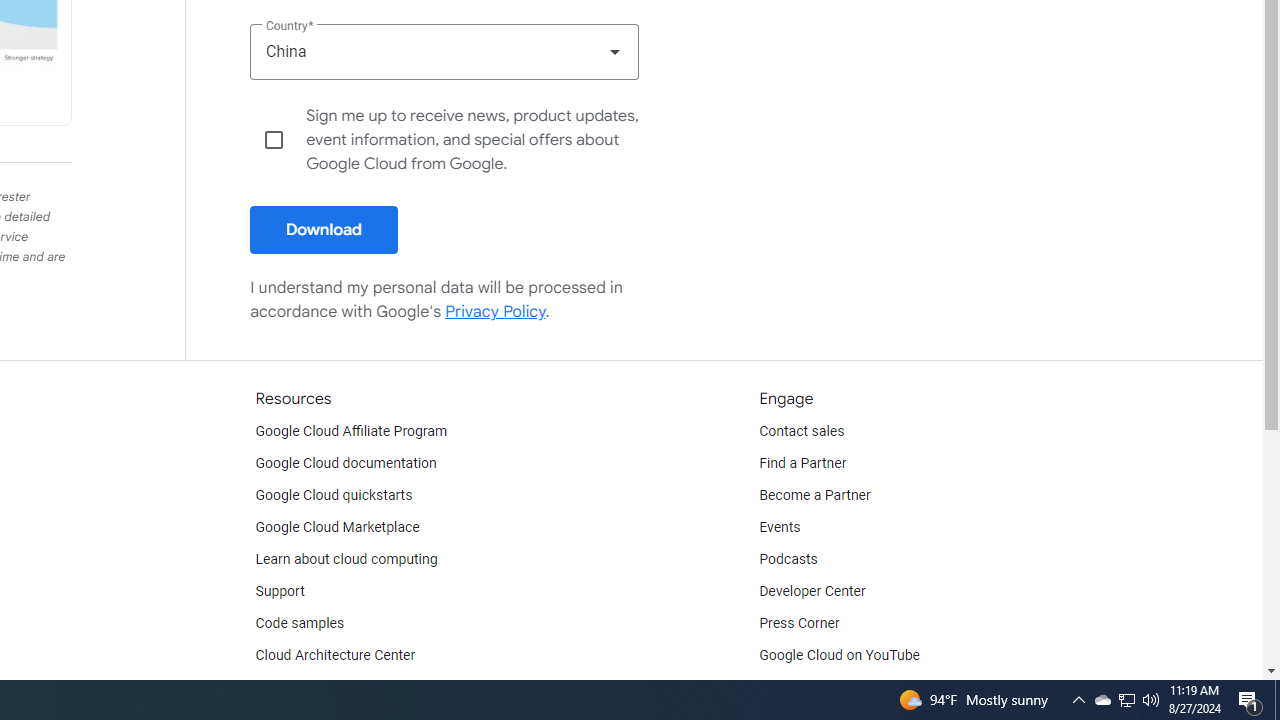 Image resolution: width=1280 pixels, height=720 pixels. Describe the element at coordinates (839, 655) in the screenshot. I see `'Google Cloud on YouTube'` at that location.